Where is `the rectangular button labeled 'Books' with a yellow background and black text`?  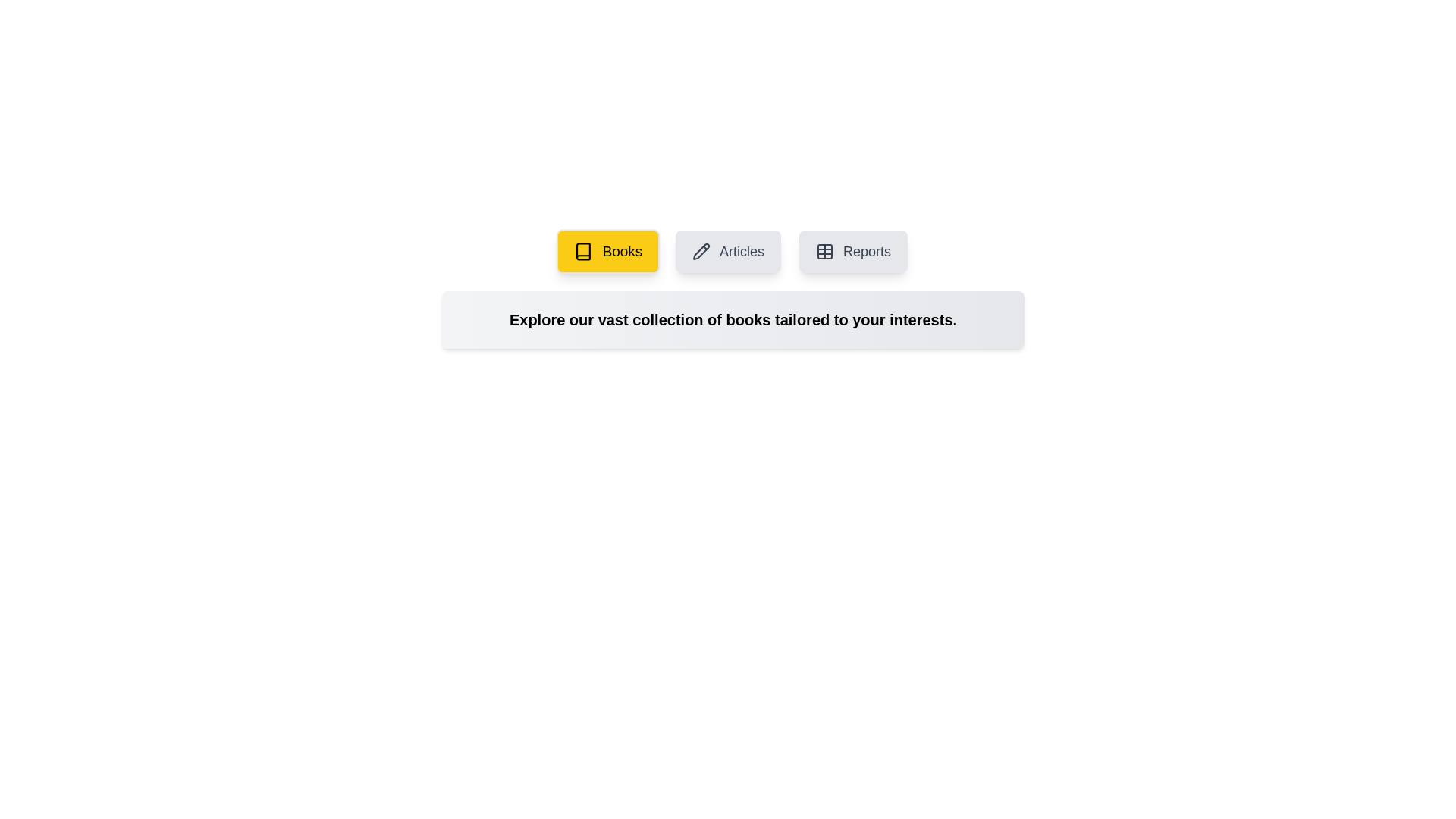
the rectangular button labeled 'Books' with a yellow background and black text is located at coordinates (607, 250).